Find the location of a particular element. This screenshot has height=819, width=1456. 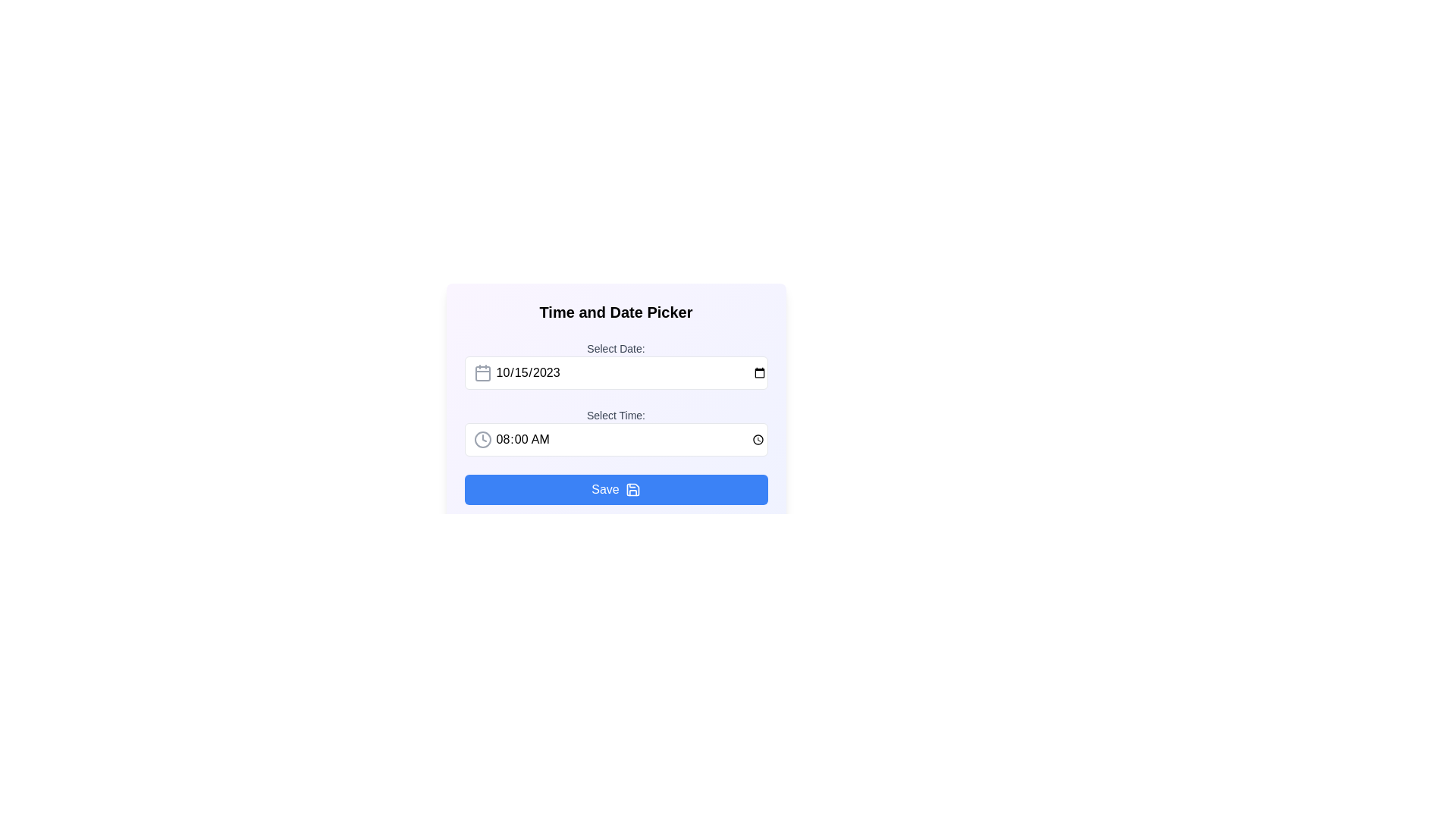

the calendar icon located to the left of the 'Select Date' input field, which is rectangular with gray outlines and two straps at the top is located at coordinates (482, 373).